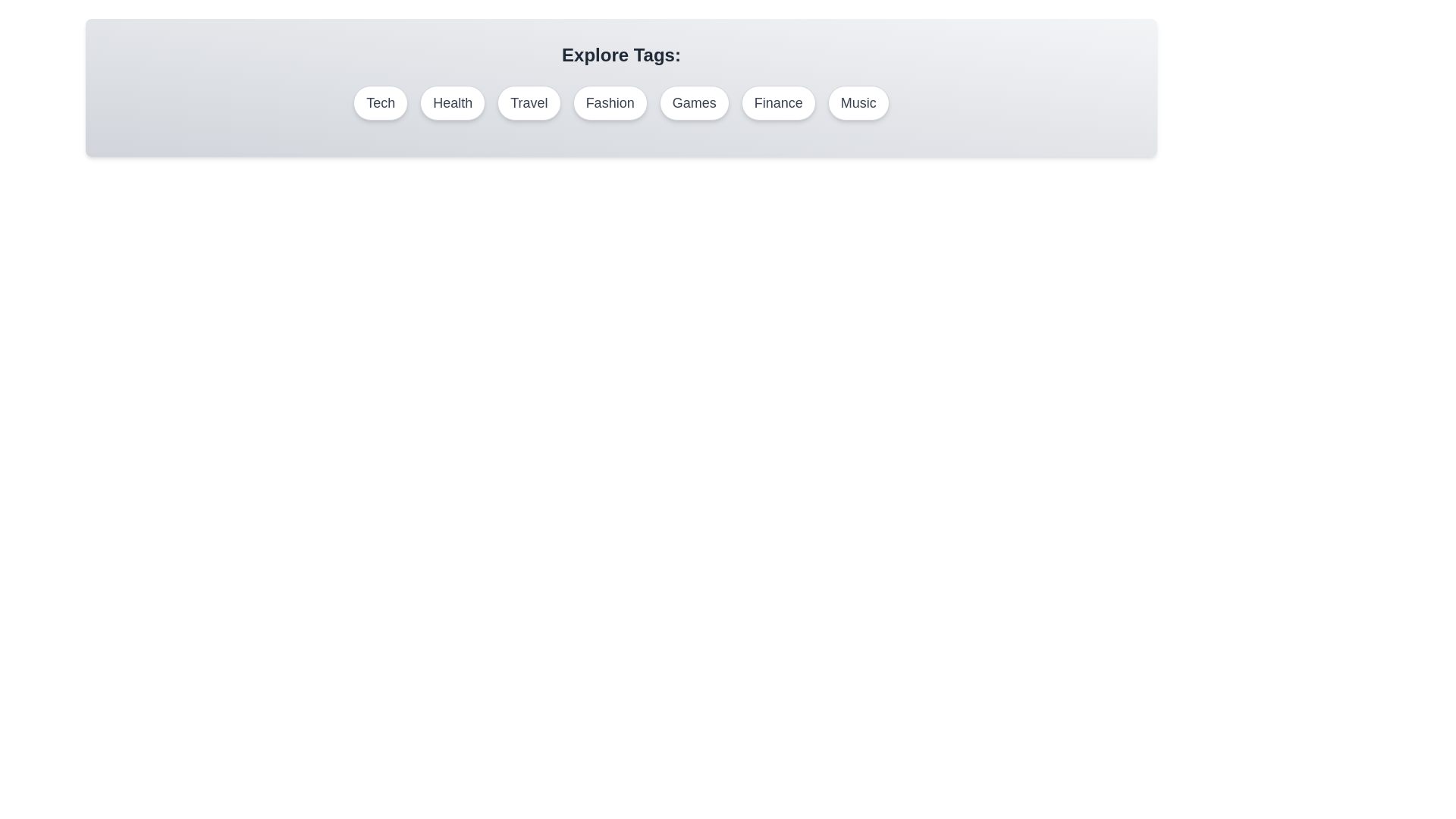 The image size is (1456, 819). I want to click on the tag labeled Games to select it, so click(694, 102).